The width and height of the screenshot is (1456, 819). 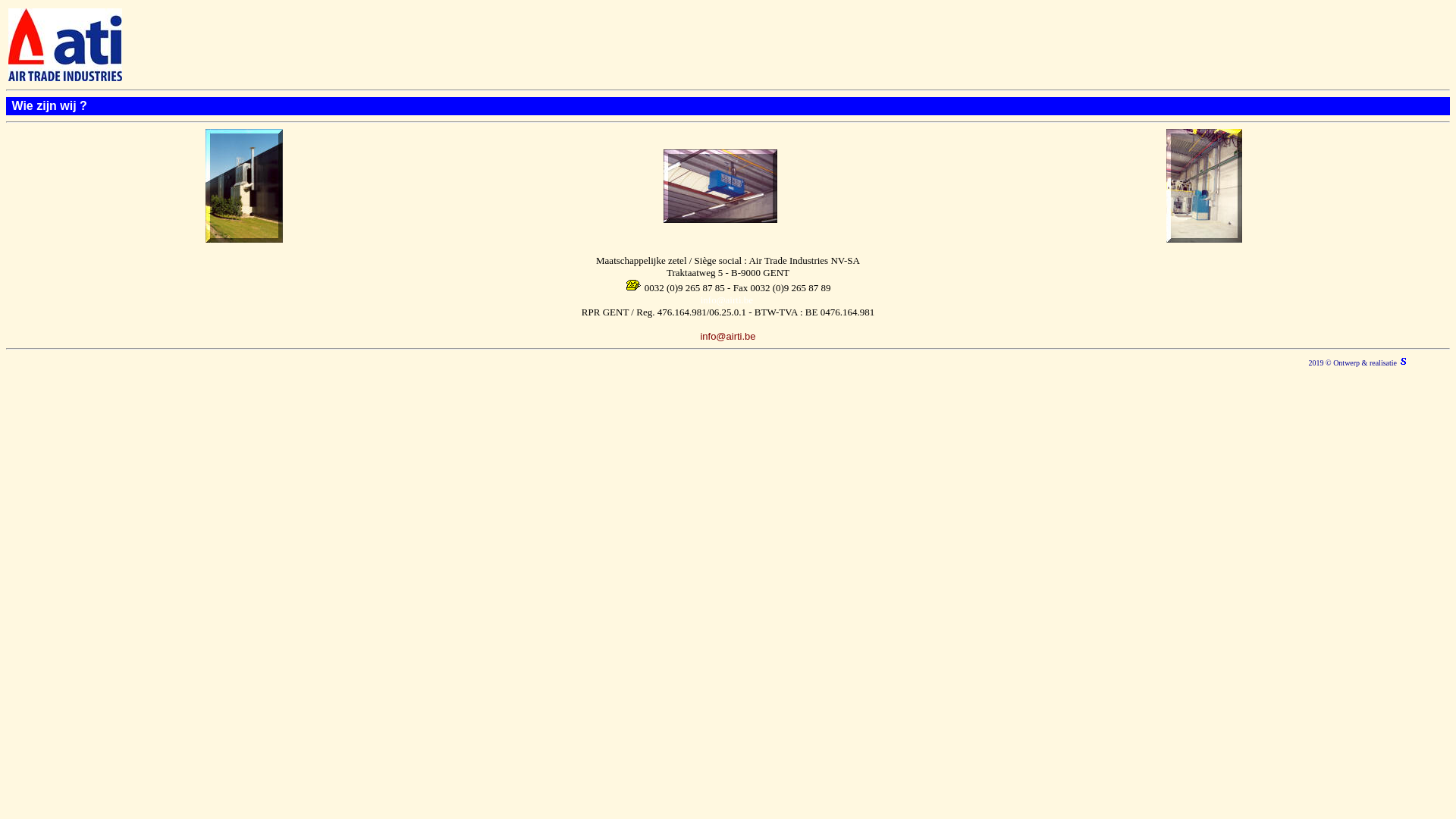 I want to click on 'info@airti.be', so click(x=700, y=300).